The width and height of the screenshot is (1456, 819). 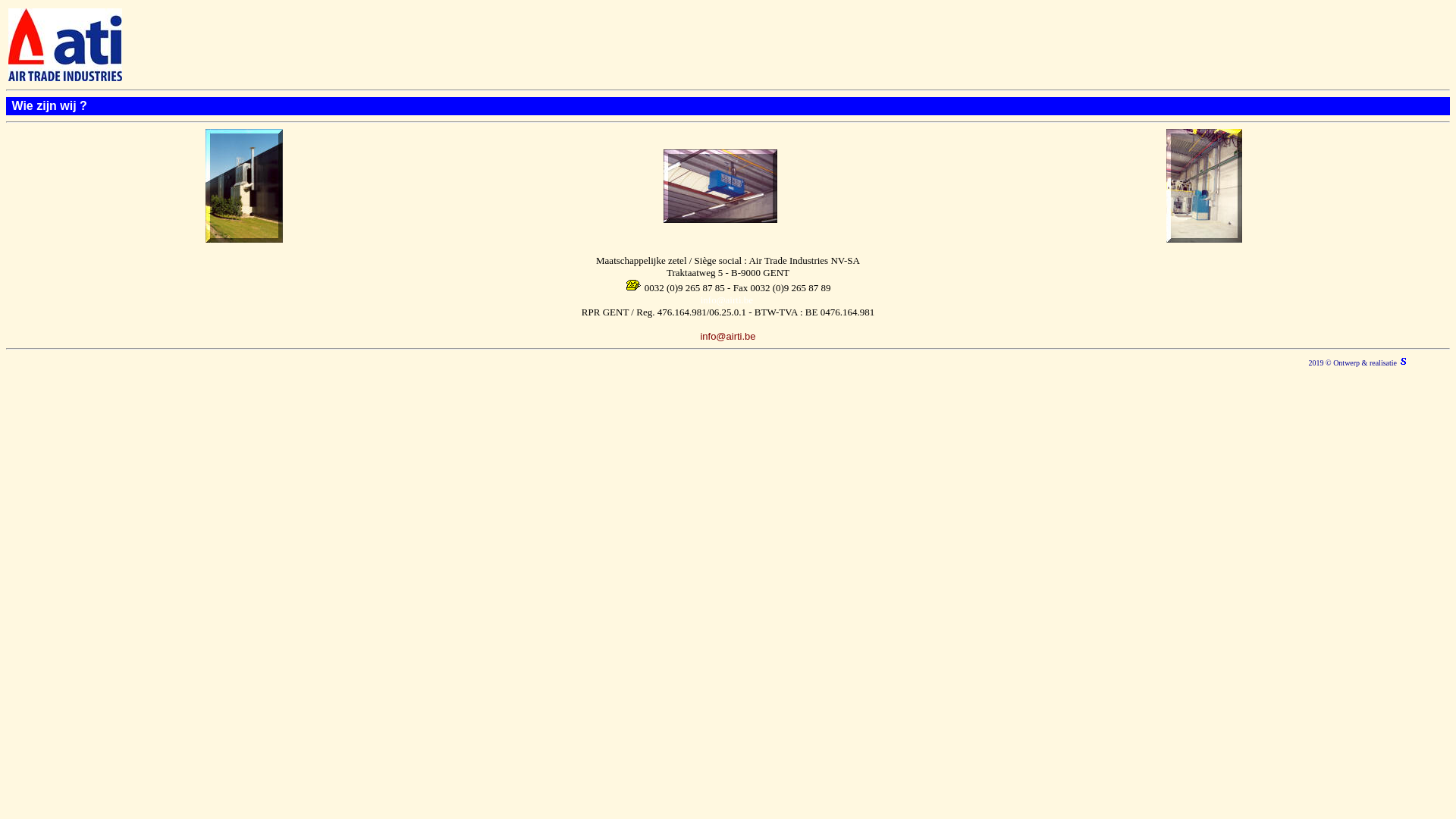 I want to click on 'info@airti.be', so click(x=700, y=300).